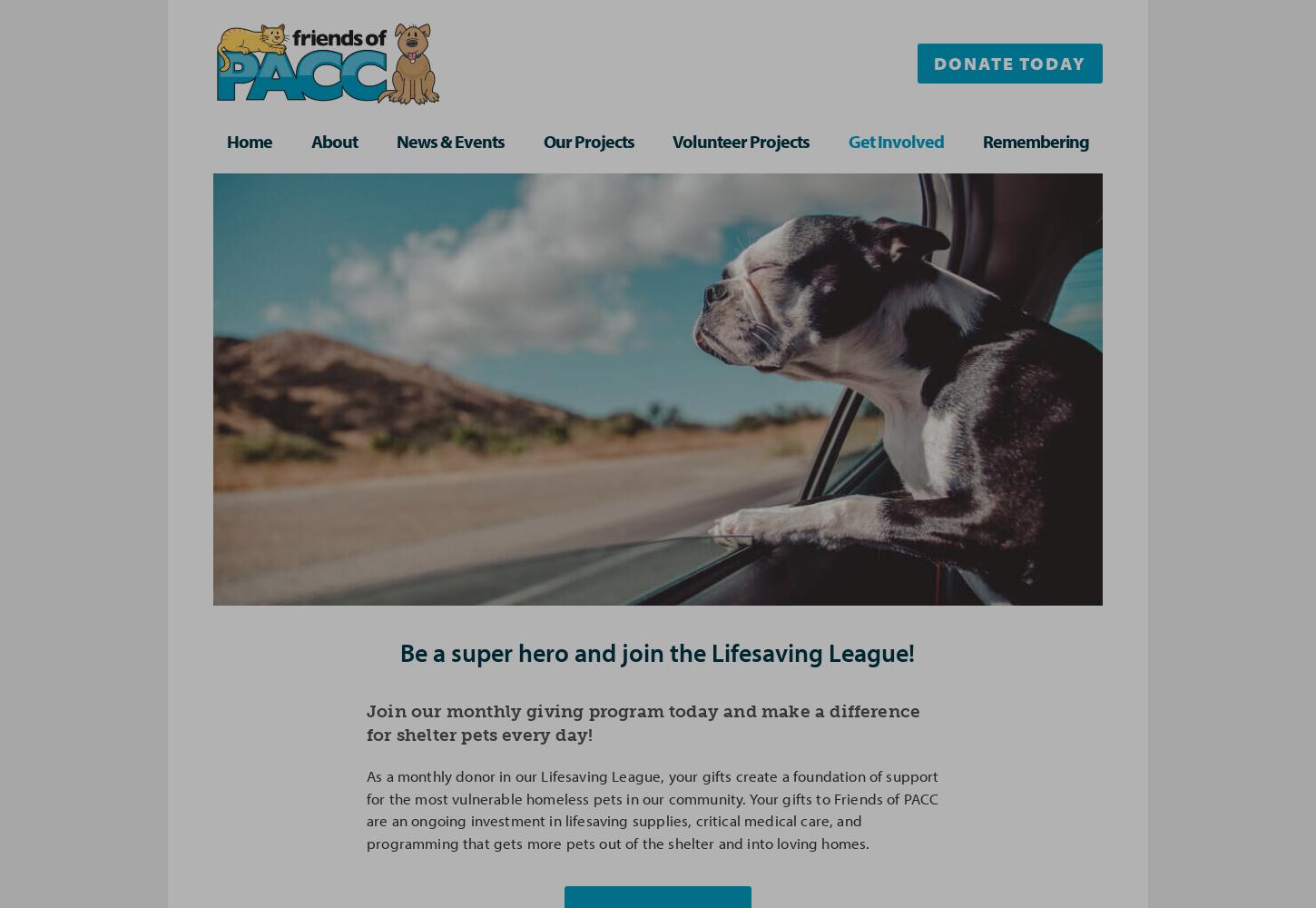 This screenshot has width=1316, height=908. I want to click on 'Remembering', so click(981, 140).